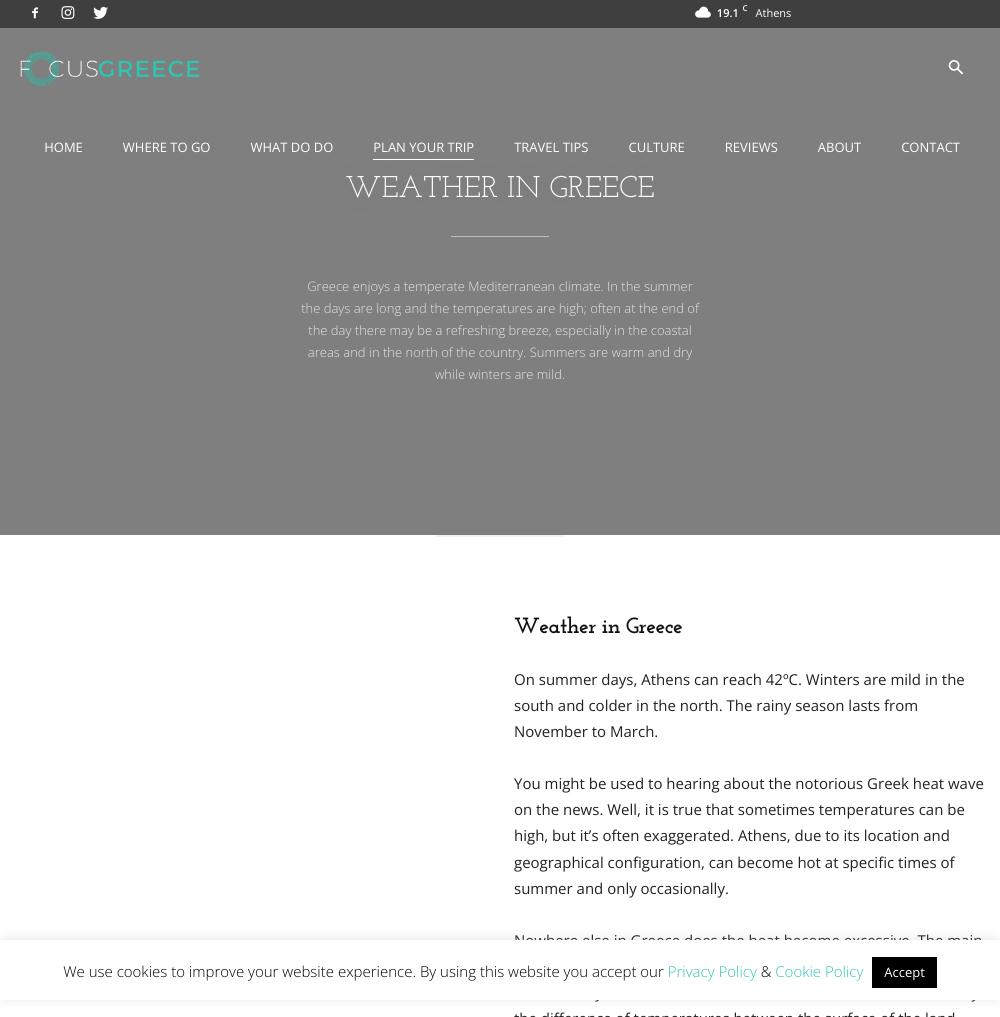 This screenshot has height=1017, width=1000. Describe the element at coordinates (514, 834) in the screenshot. I see `'You might be used to hearing about the notorious Greek heat wave on the news. Well, it is true that sometimes temperatures can be high, but it’s often exaggerated. Athens, due to its location and geographical configuration, can become hot at specific times of summer and only occasionally.'` at that location.